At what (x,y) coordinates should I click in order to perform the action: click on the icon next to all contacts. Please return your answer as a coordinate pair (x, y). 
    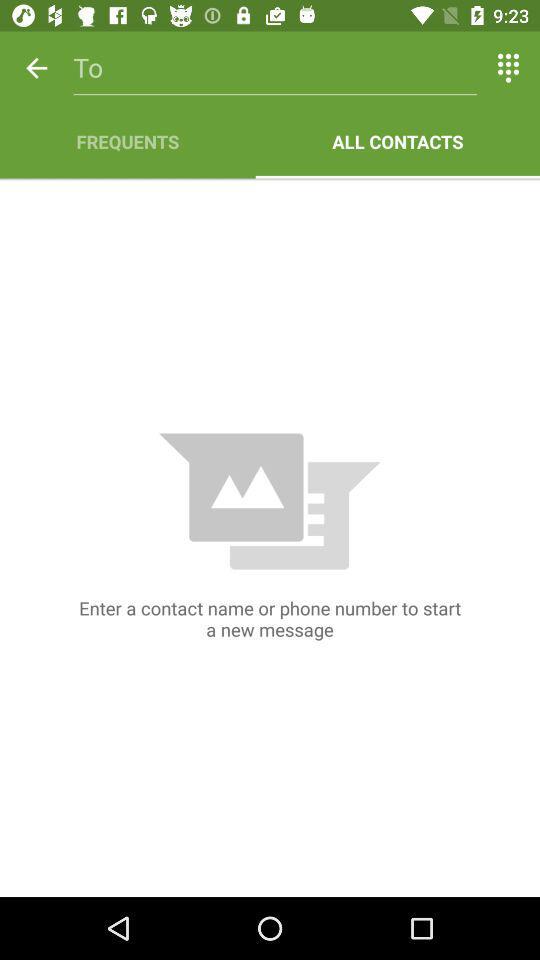
    Looking at the image, I should click on (127, 140).